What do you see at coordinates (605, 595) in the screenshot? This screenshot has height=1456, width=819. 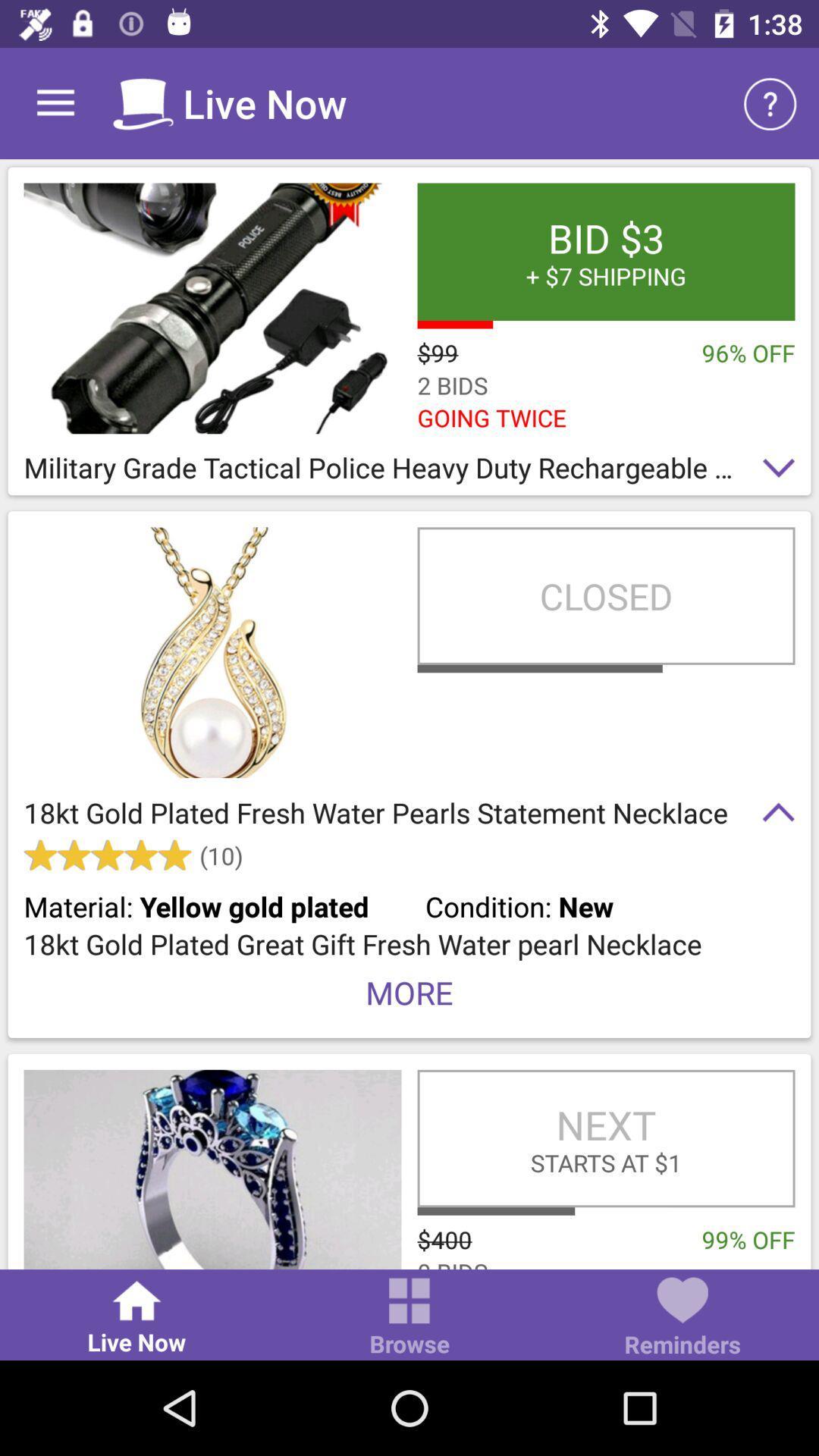 I see `the closed` at bounding box center [605, 595].